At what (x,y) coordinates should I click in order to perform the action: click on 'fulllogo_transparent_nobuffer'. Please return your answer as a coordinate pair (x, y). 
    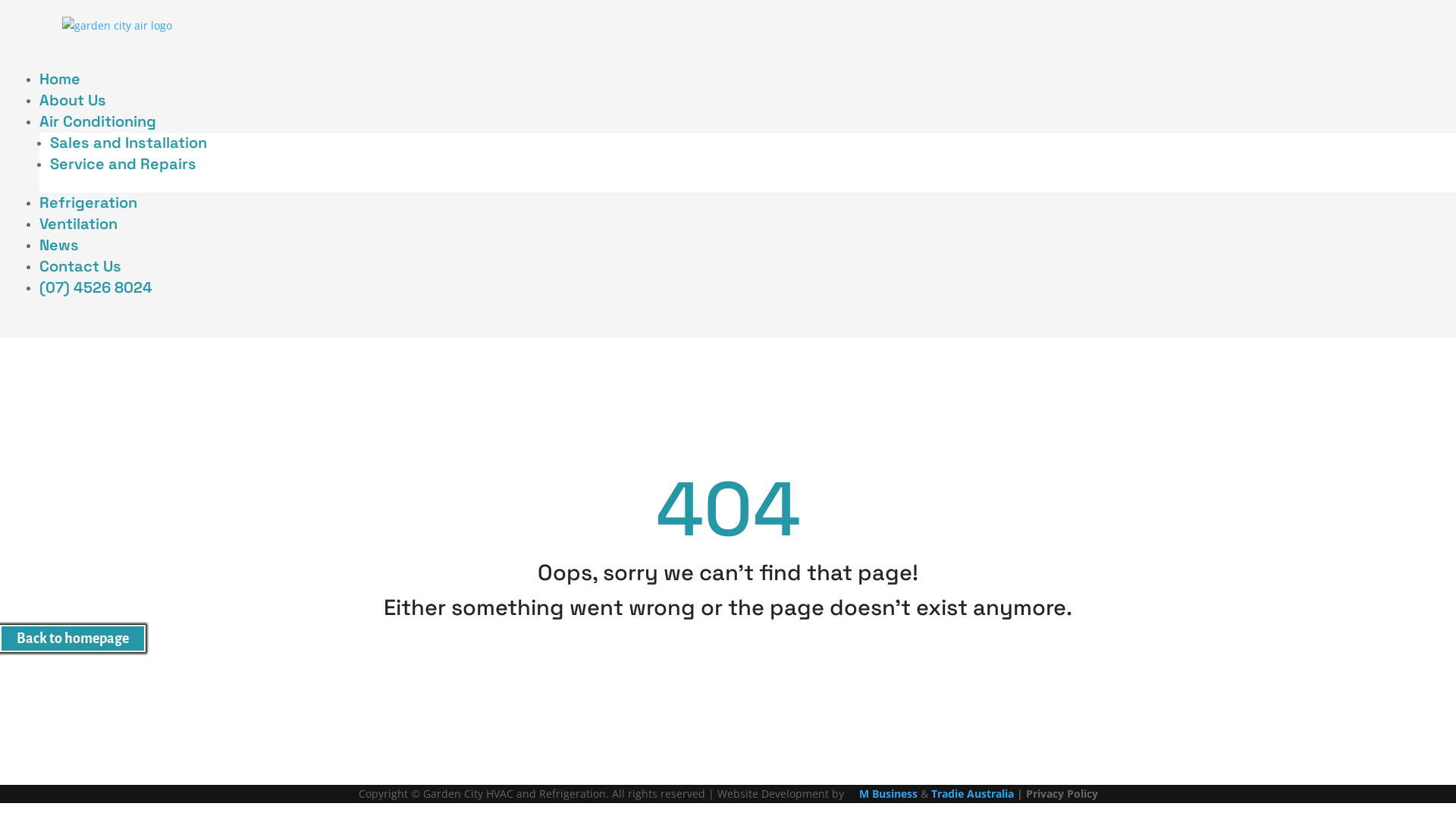
    Looking at the image, I should click on (116, 26).